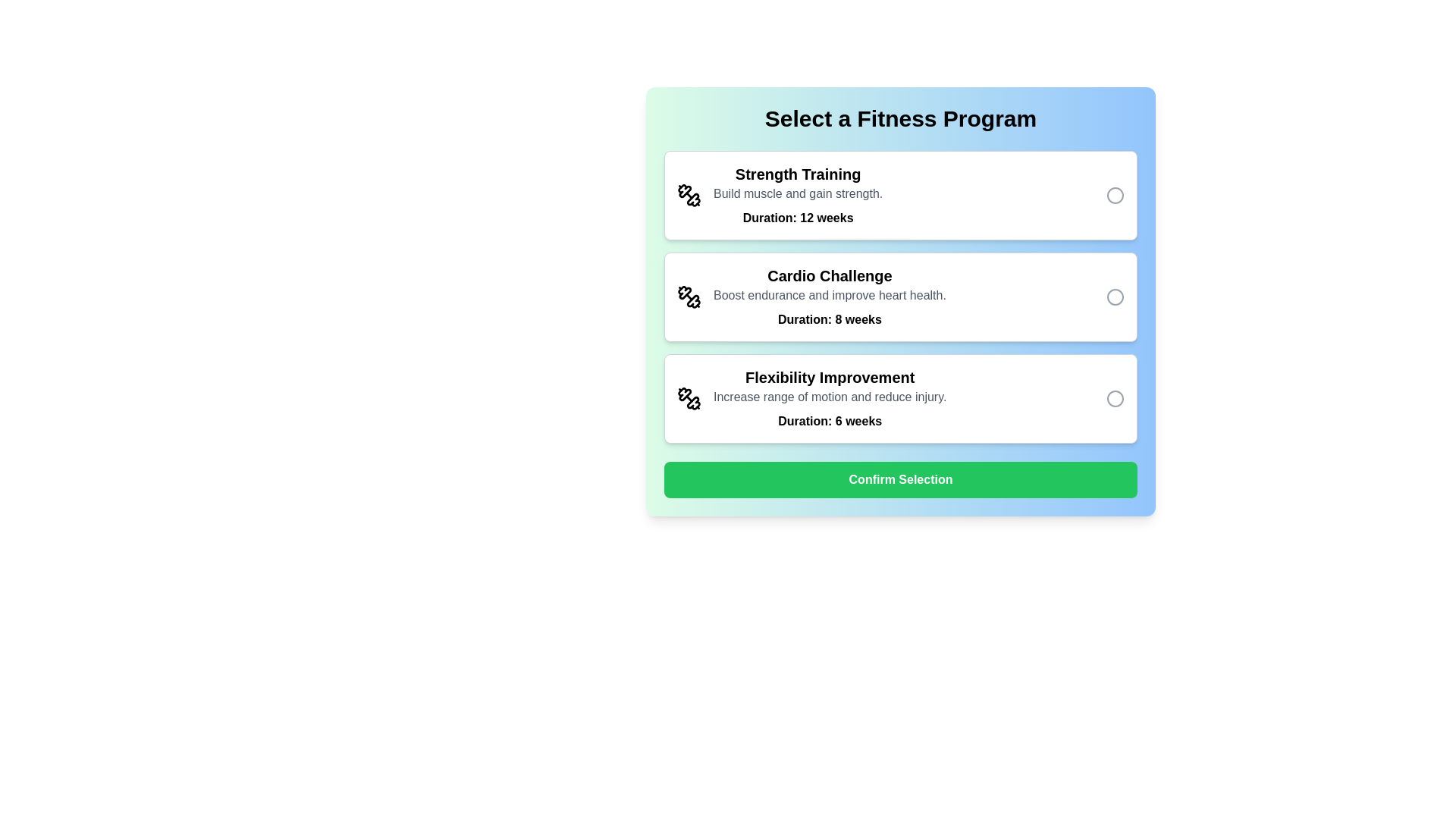 The width and height of the screenshot is (1456, 819). What do you see at coordinates (797, 218) in the screenshot?
I see `static text label displaying the duration of the fitness program located beneath the subtitle 'Build muscle and gain strength.' in the first card labeled 'Strength Training'` at bounding box center [797, 218].